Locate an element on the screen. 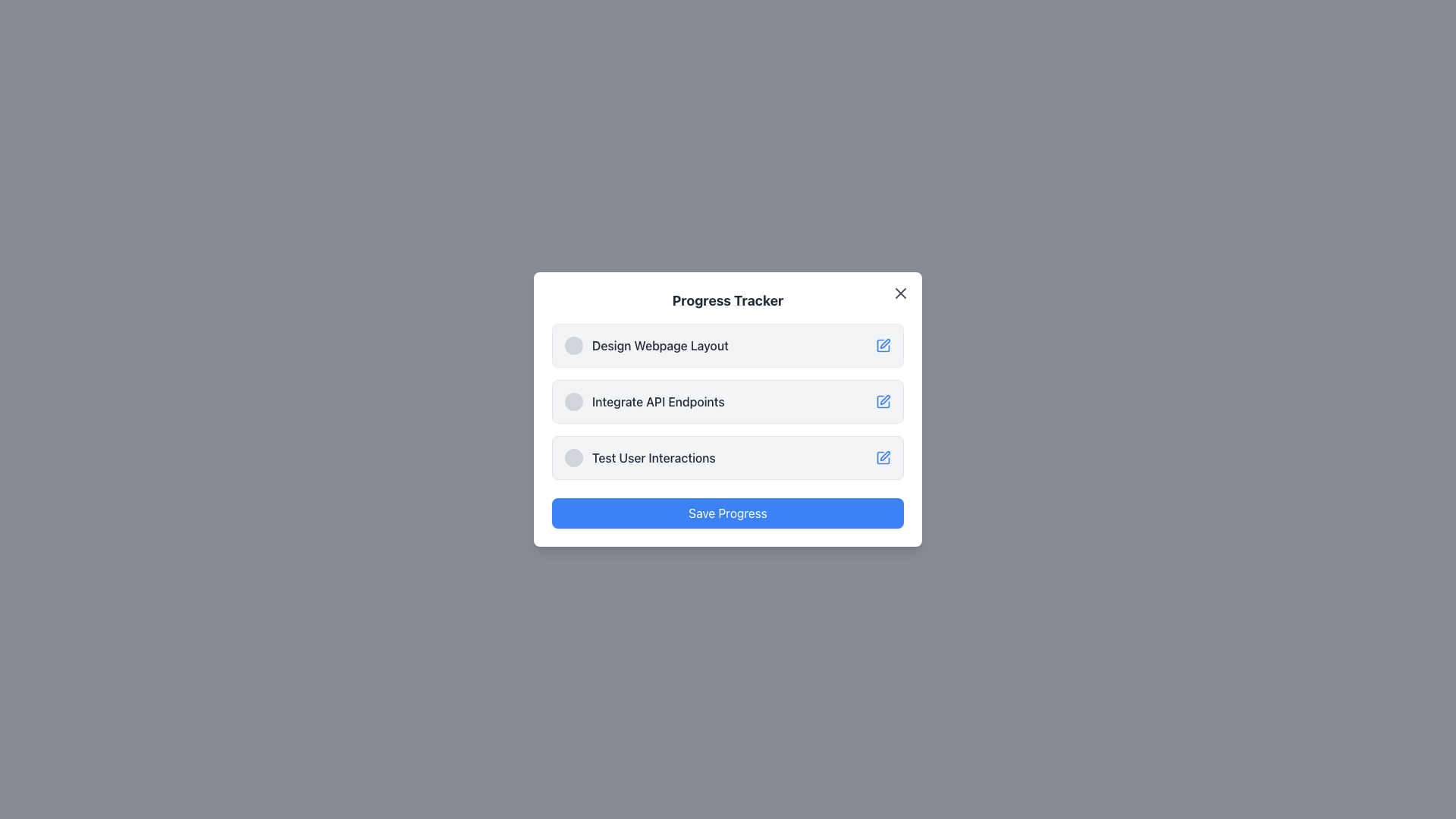 The image size is (1456, 819). the edit icon within the SVG graphic component associated with the task 'Integrate API Endpoints' in the second list item is located at coordinates (885, 399).